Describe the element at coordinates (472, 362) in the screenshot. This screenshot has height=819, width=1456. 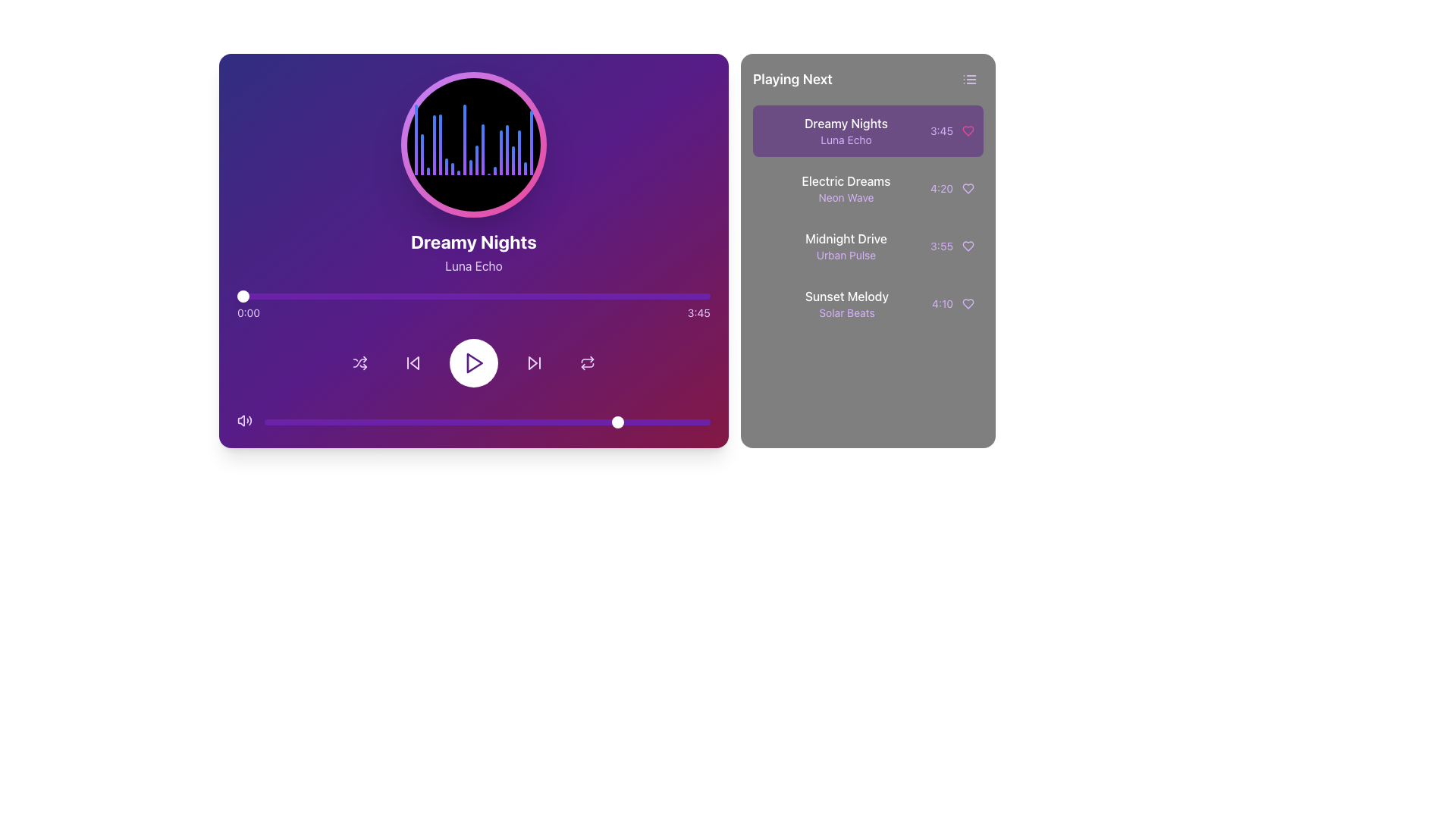
I see `the play/pause button located at the center of the button group at the bottom of the player card to play or pause the current track` at that location.